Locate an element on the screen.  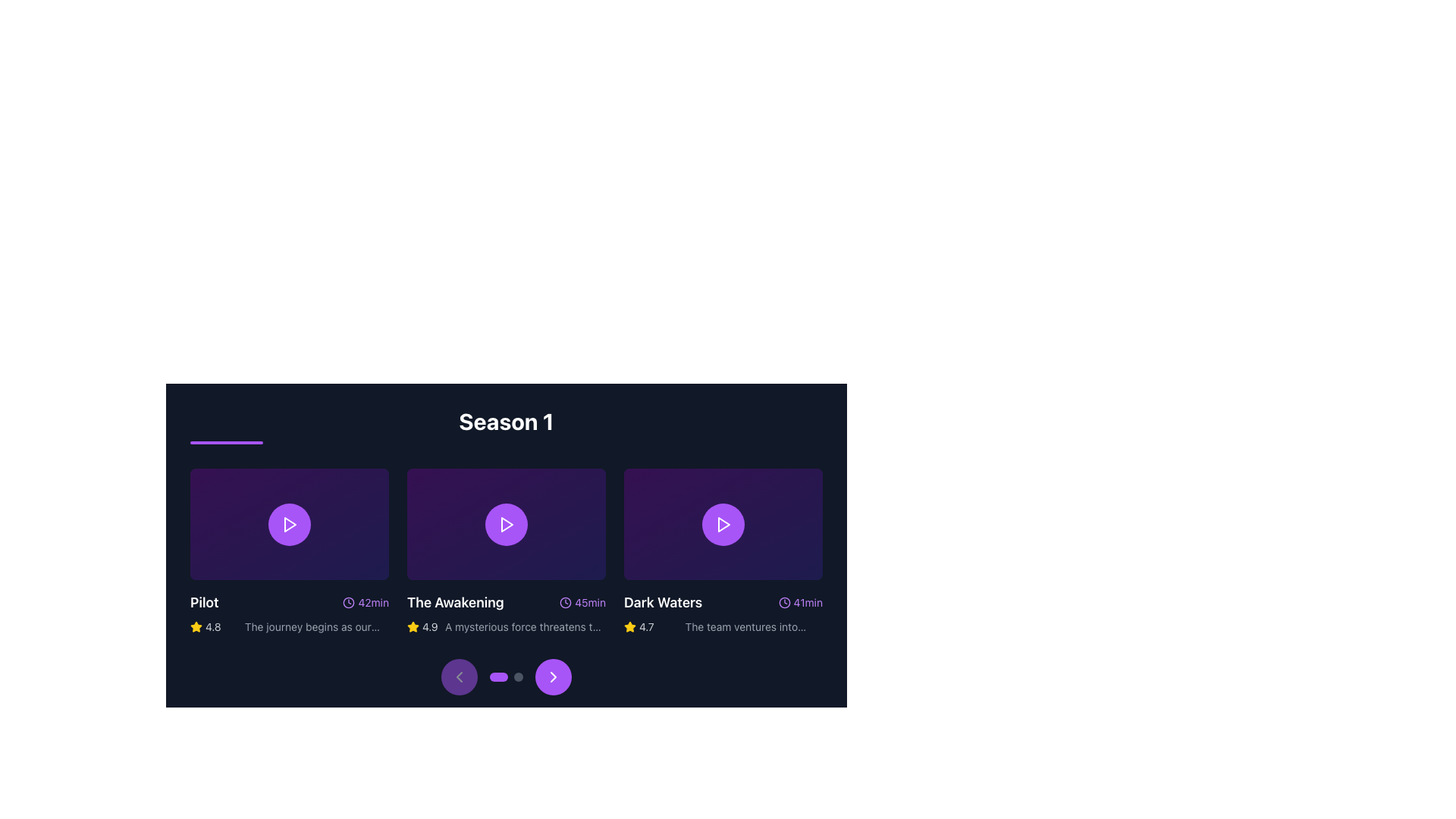
the yellow star icon representing a rating or favorite, located below the title 'The Awakening' in the second column of a list of cards is located at coordinates (629, 627).